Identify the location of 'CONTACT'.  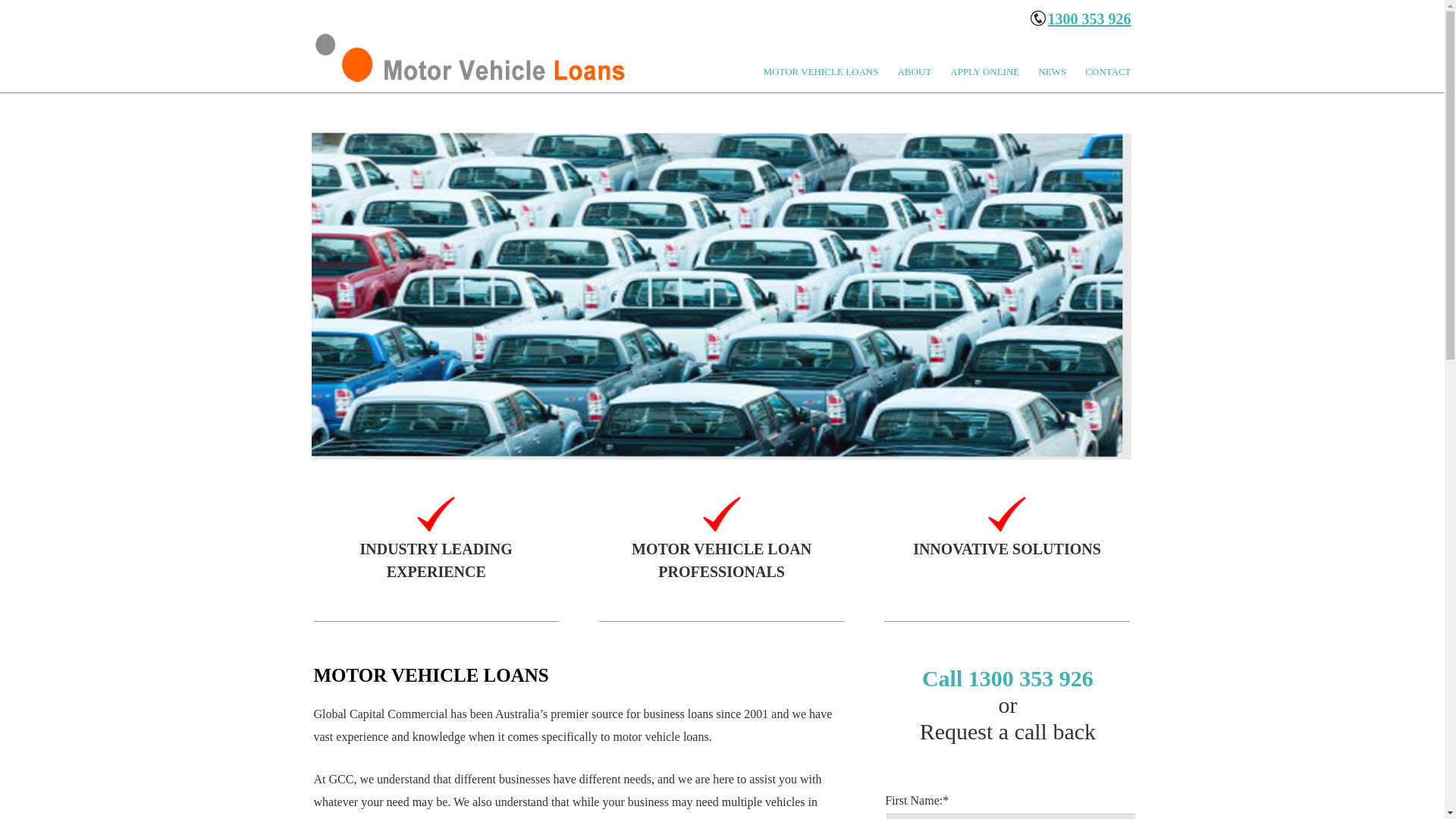
(1107, 71).